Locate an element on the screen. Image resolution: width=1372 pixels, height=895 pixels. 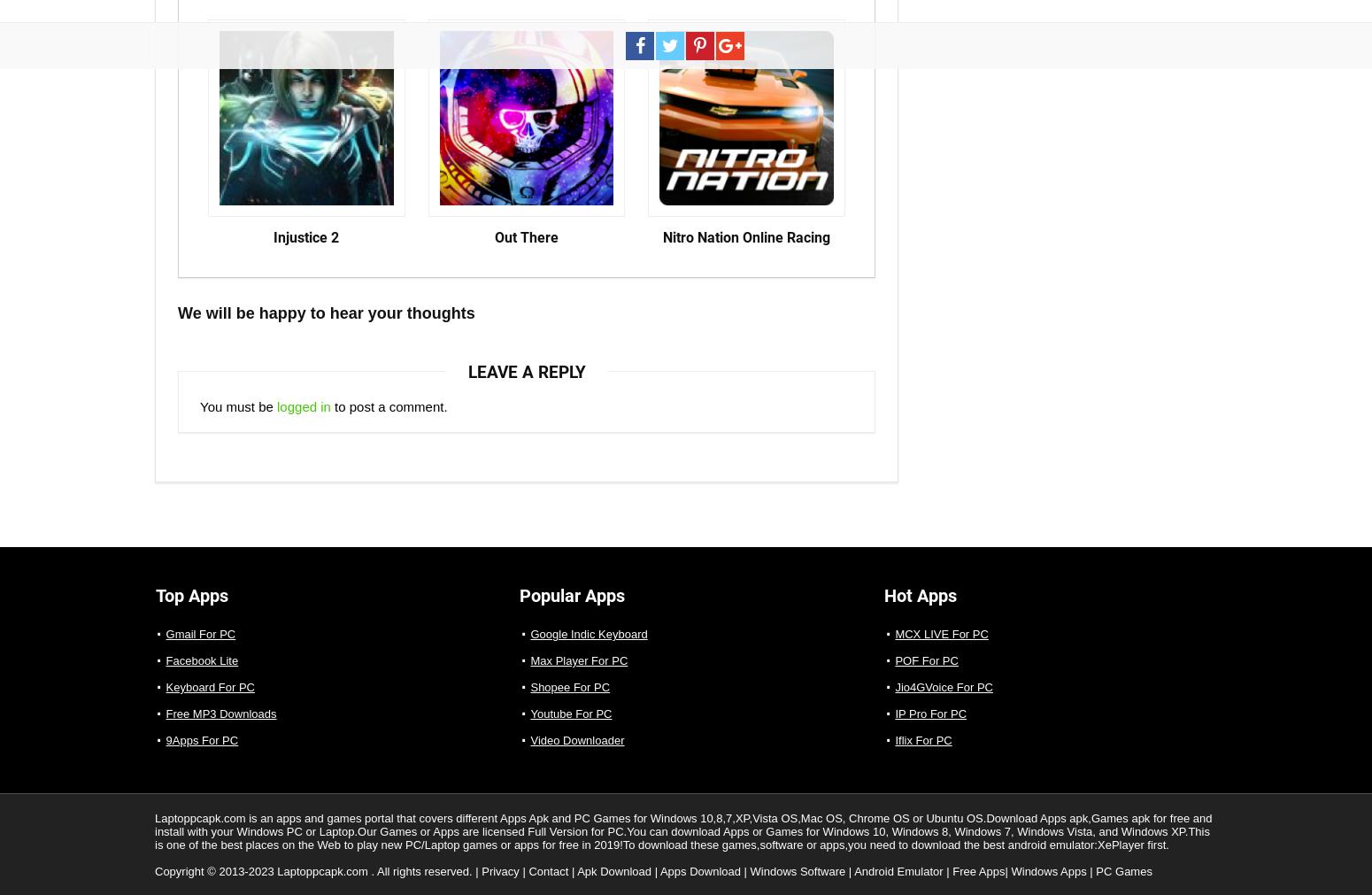
'POF For PC' is located at coordinates (926, 660).